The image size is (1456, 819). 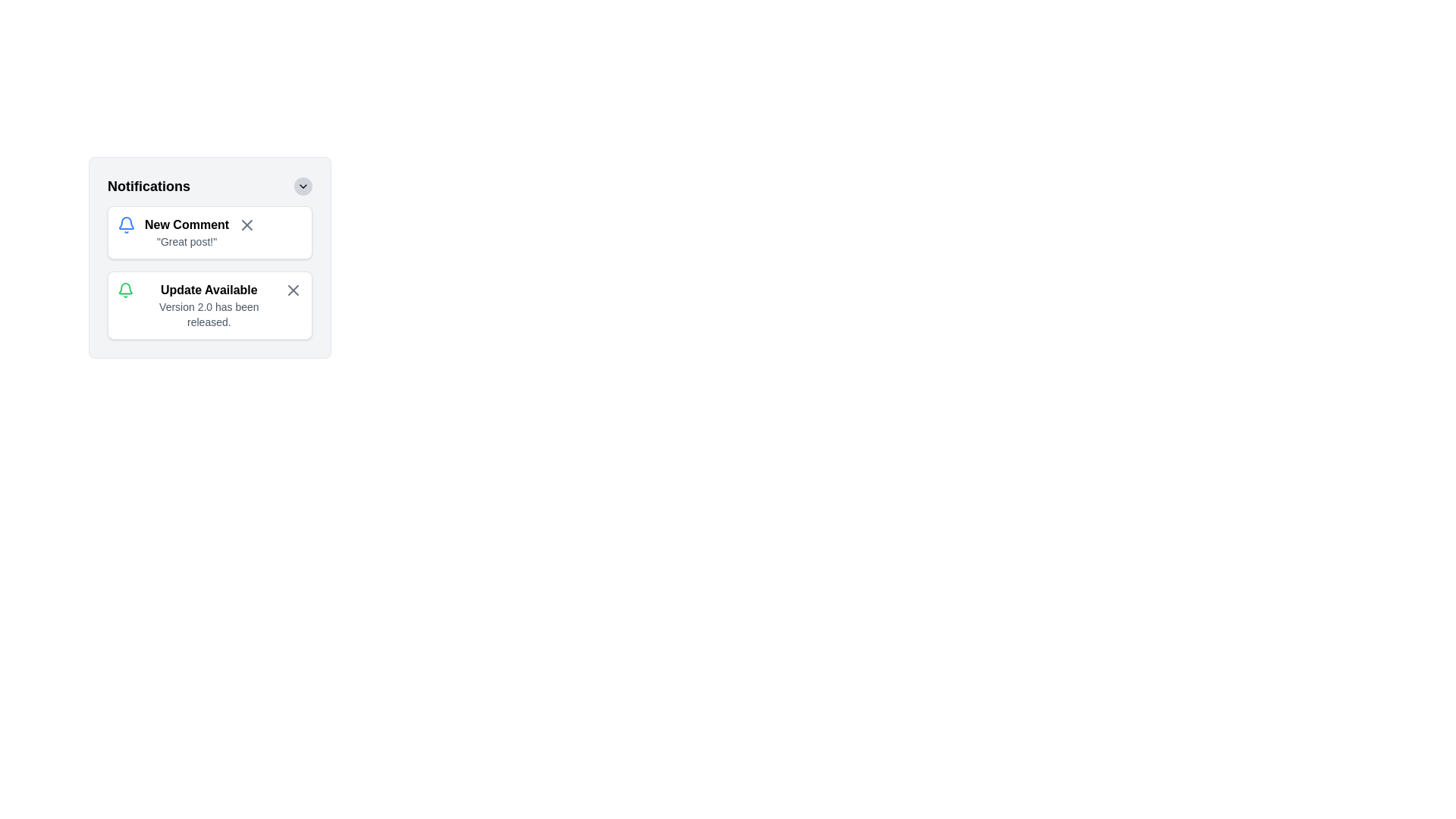 What do you see at coordinates (303, 186) in the screenshot?
I see `the circular button with a gray background and a downward-pointing chevron icon located in the top-right corner of the Notifications panel header` at bounding box center [303, 186].